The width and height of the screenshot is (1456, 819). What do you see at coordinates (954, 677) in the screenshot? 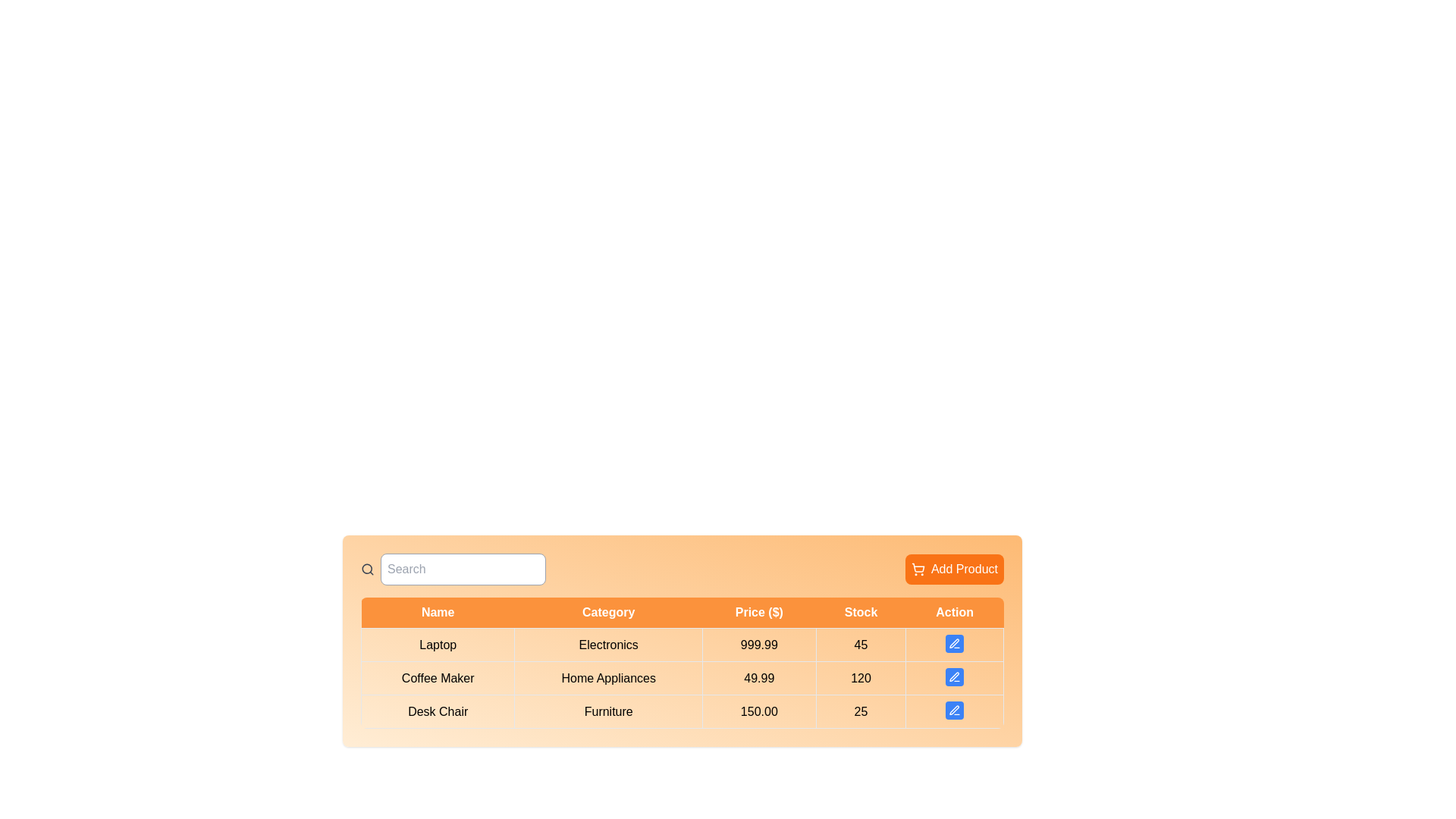
I see `the button located in the bottom-right cell of the second row in the 'Action' column` at bounding box center [954, 677].